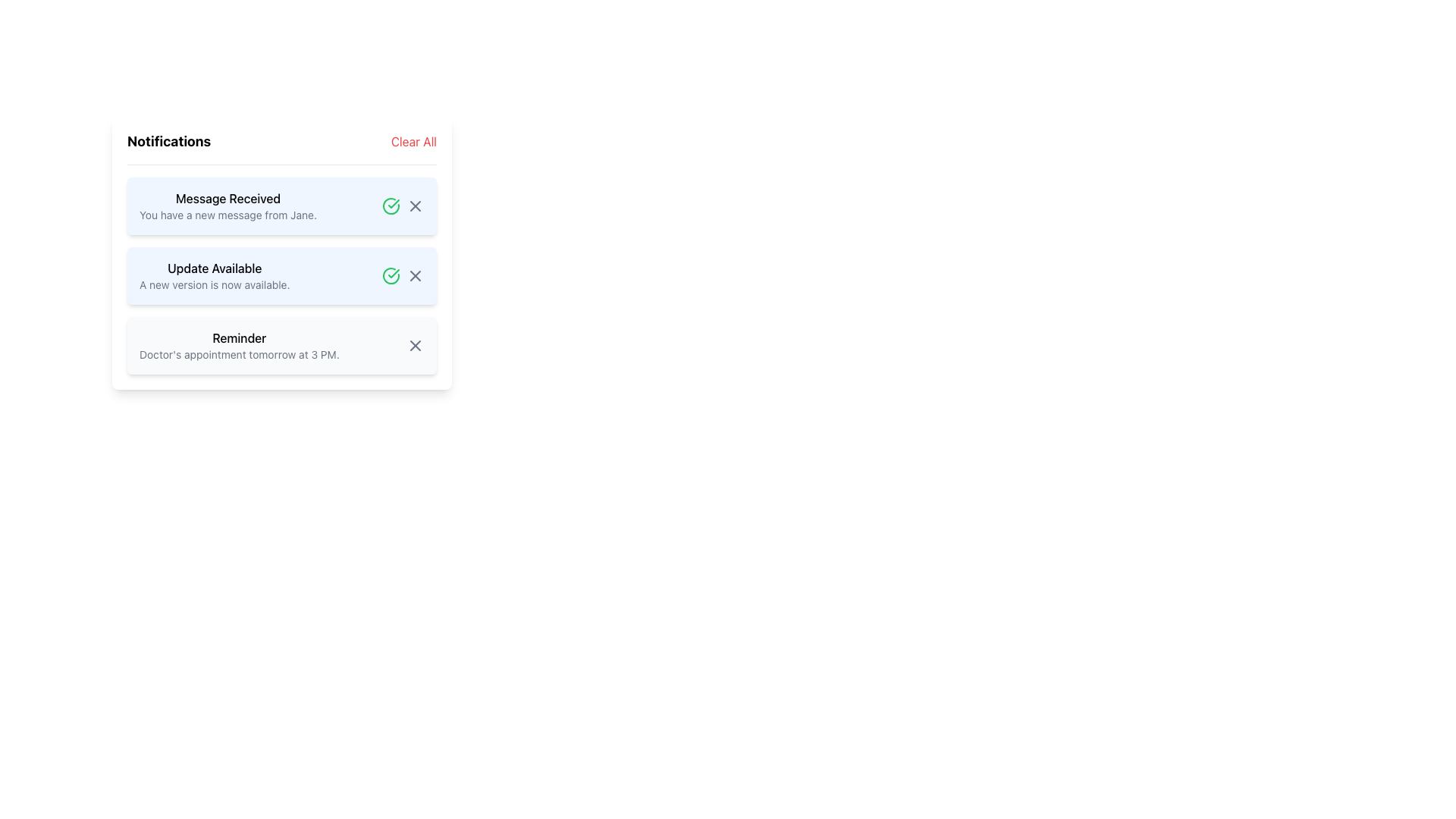  What do you see at coordinates (415, 206) in the screenshot?
I see `the close button located to the right of the 'Message Received' notification entry` at bounding box center [415, 206].